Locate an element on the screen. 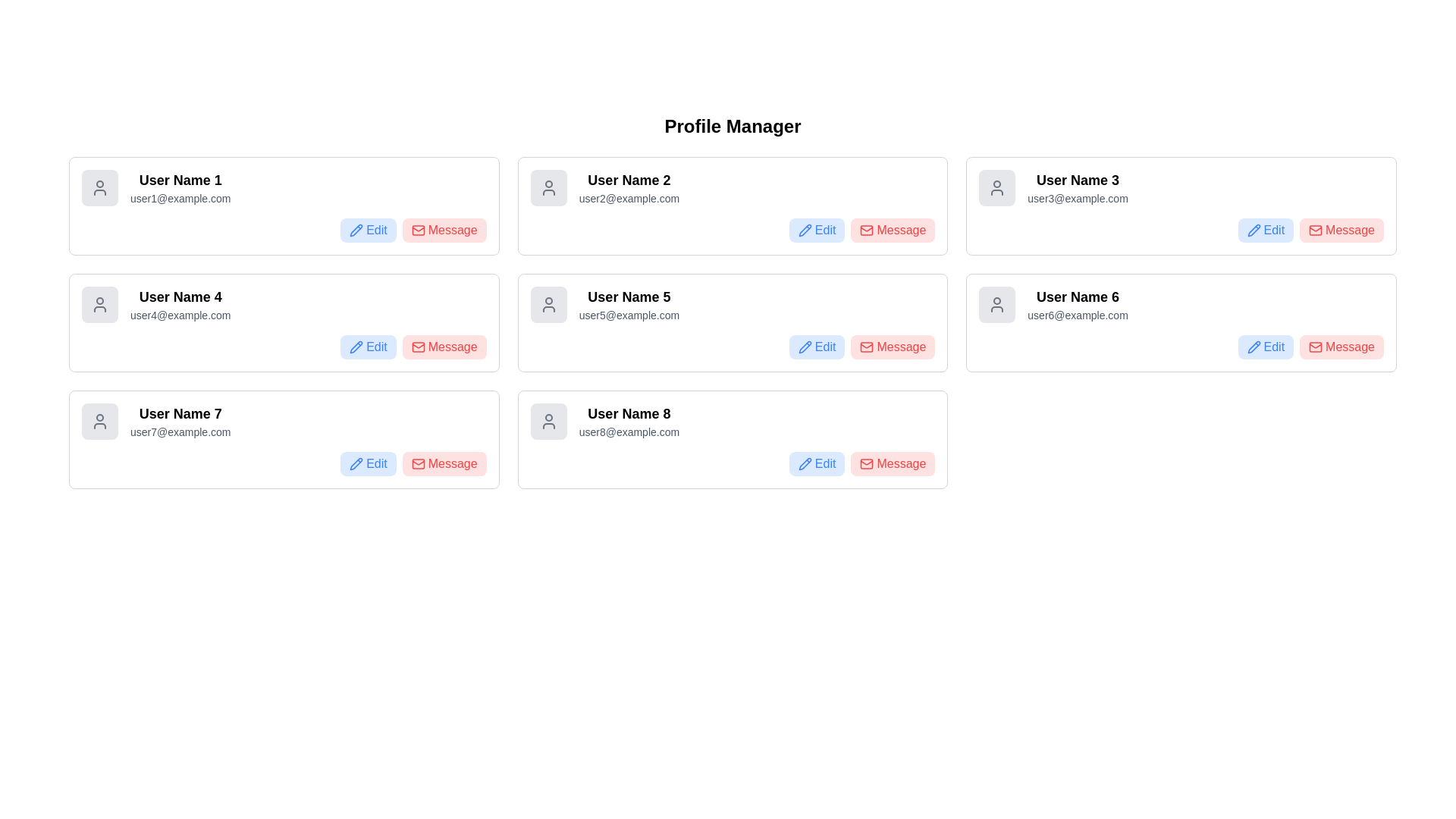 This screenshot has width=1456, height=819. the informational label displaying 'User Name 5' and email address in the profile card grid layout is located at coordinates (629, 304).